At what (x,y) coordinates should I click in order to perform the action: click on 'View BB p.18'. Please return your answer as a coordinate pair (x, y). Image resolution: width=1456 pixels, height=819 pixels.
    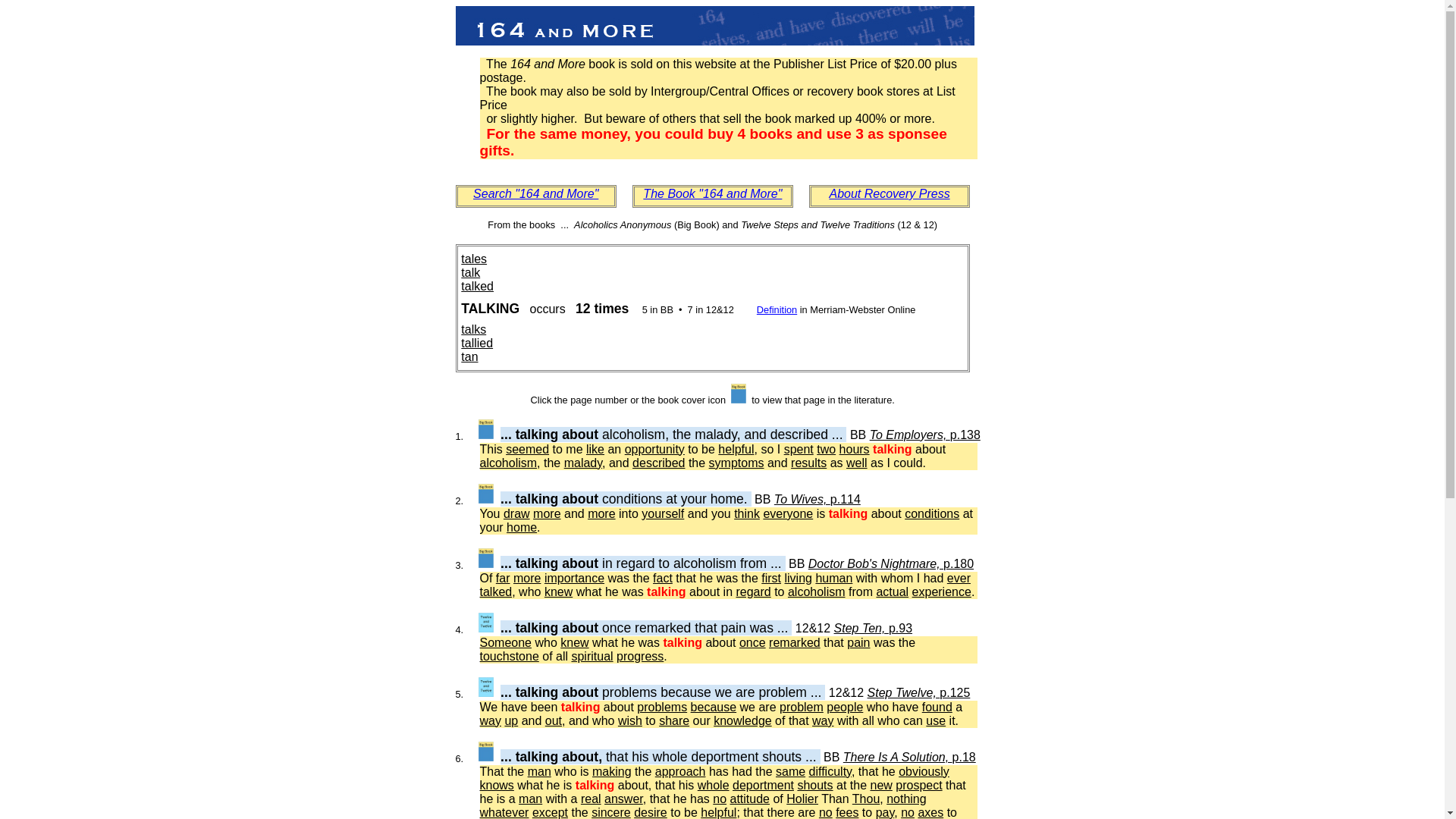
    Looking at the image, I should click on (477, 752).